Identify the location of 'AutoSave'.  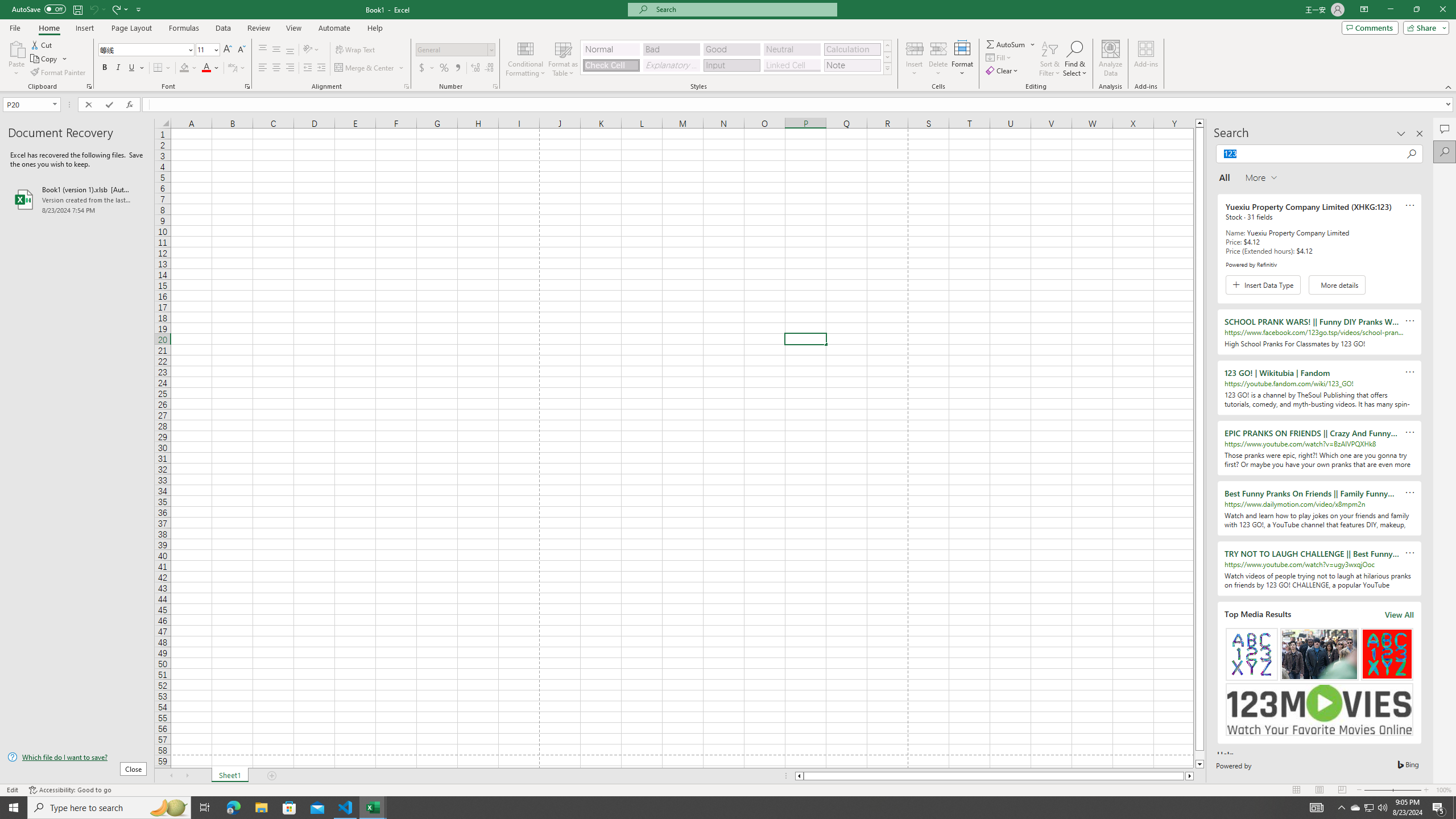
(39, 9).